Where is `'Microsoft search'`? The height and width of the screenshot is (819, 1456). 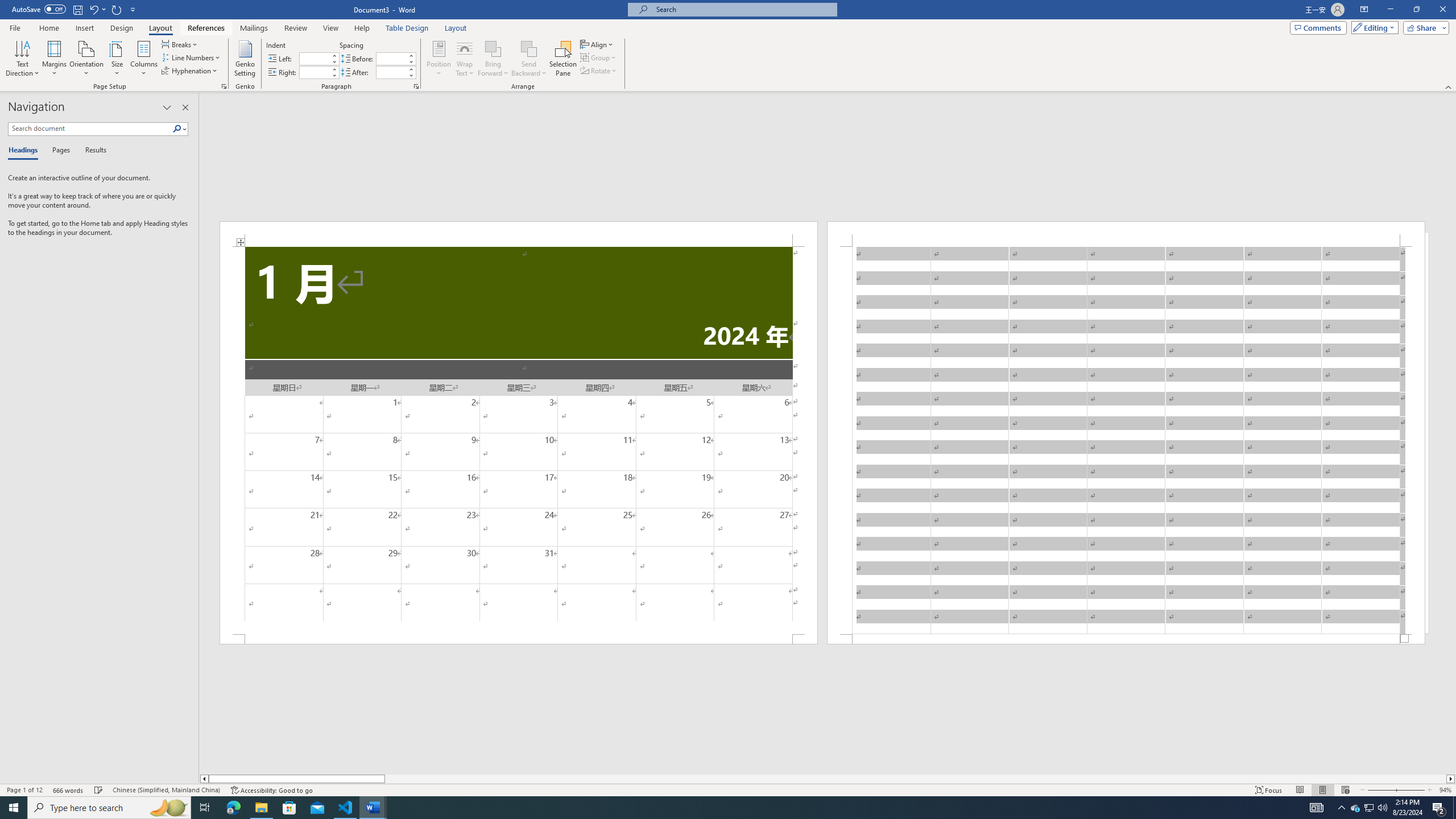 'Microsoft search' is located at coordinates (742, 9).